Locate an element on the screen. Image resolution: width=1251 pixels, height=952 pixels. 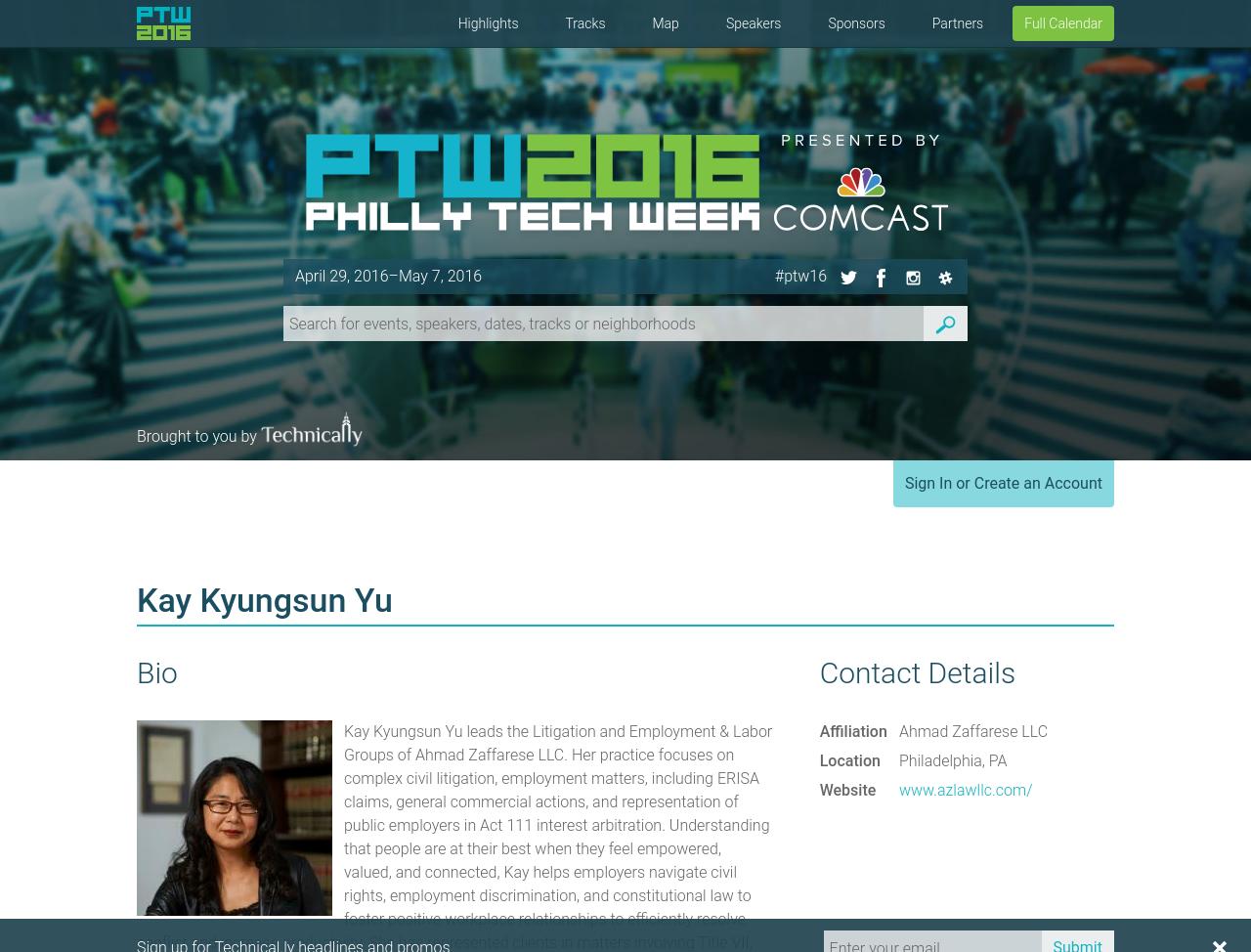
'Sign In or Create an Account' is located at coordinates (1003, 483).